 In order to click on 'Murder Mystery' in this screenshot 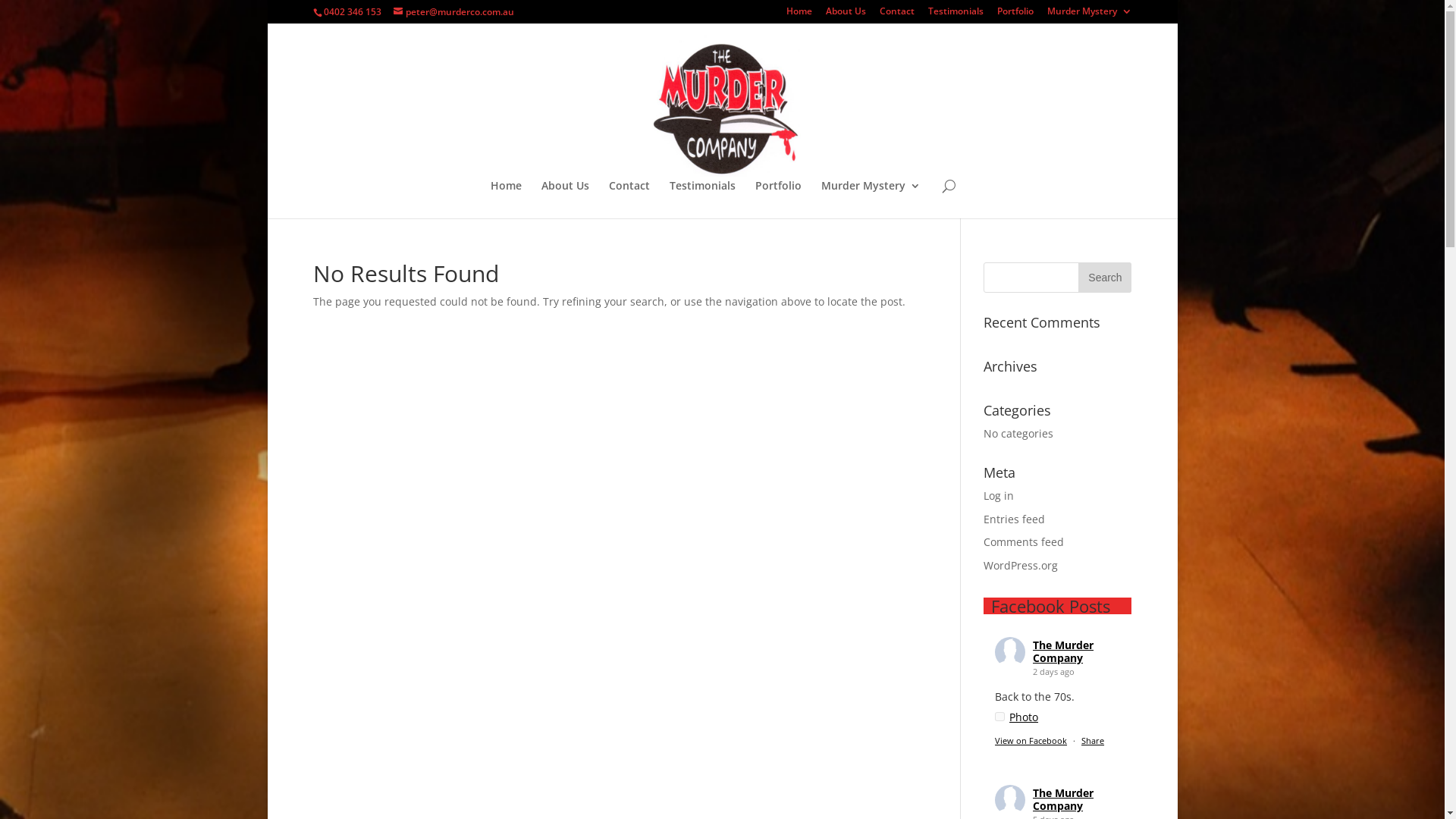, I will do `click(871, 198)`.